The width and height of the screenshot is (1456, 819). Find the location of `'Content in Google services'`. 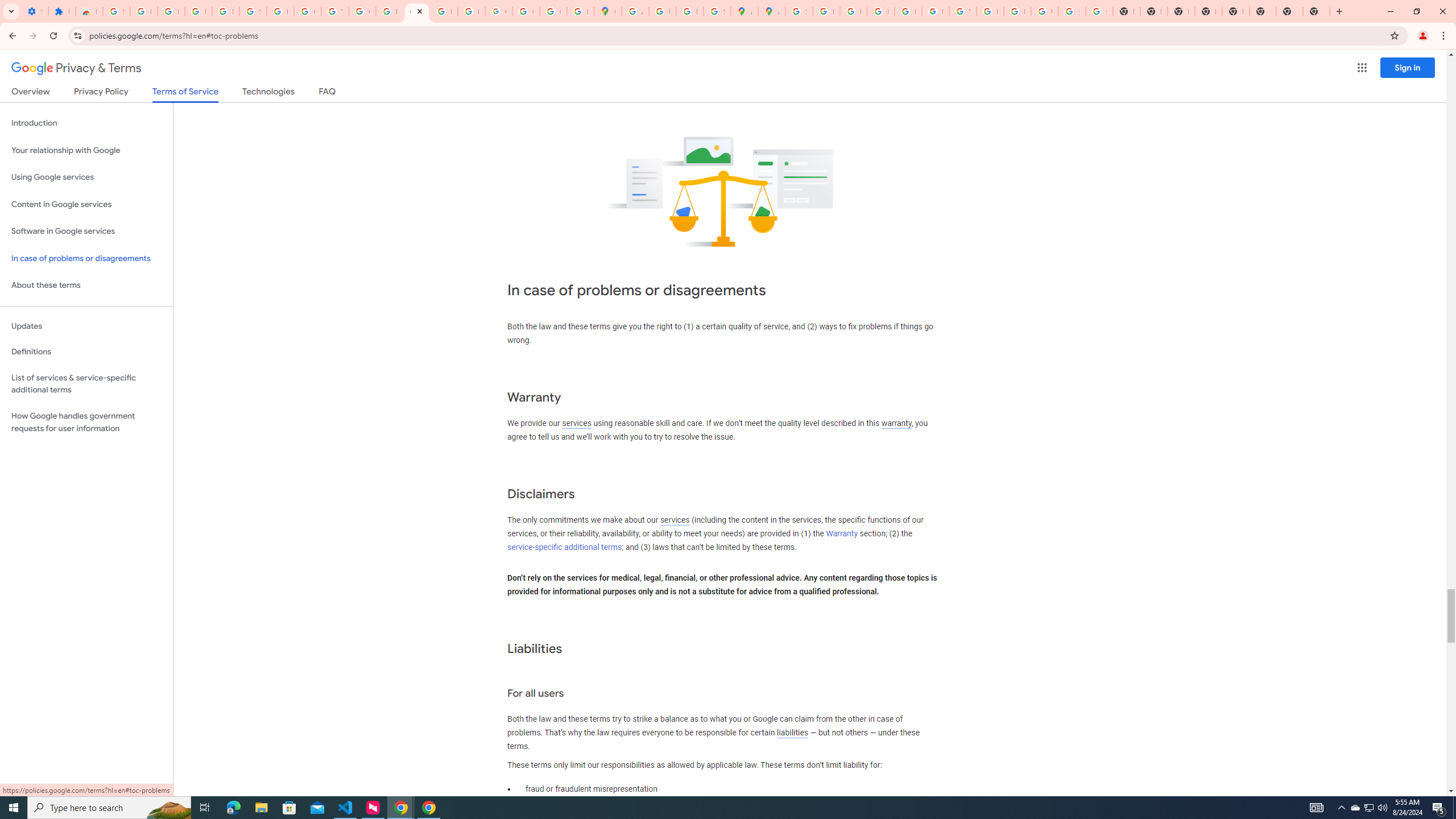

'Content in Google services' is located at coordinates (86, 205).